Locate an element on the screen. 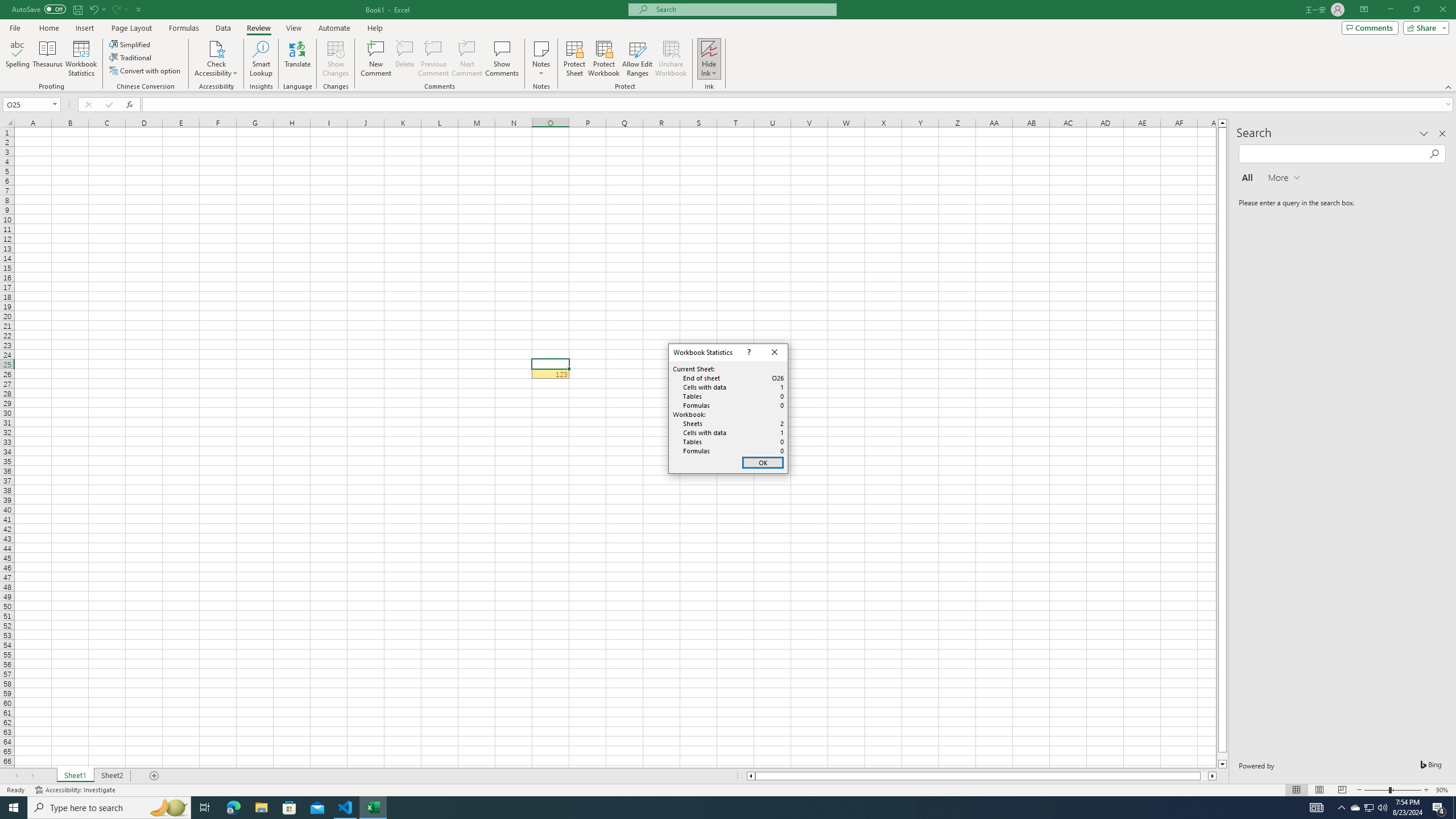 The image size is (1456, 819). 'Protect Workbook...' is located at coordinates (603, 59).